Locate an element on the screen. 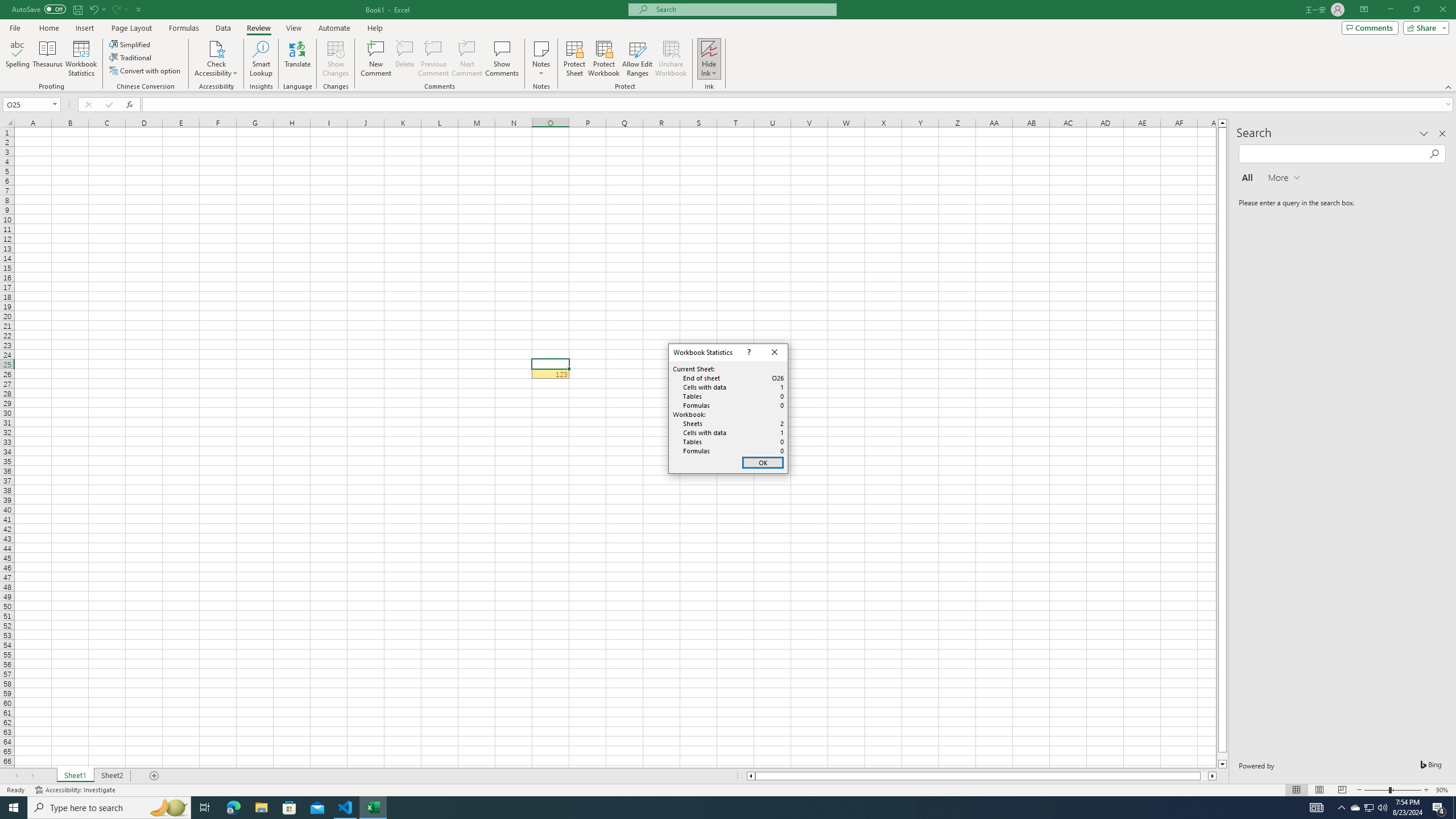 The image size is (1456, 819). 'Protect Workbook...' is located at coordinates (603, 59).